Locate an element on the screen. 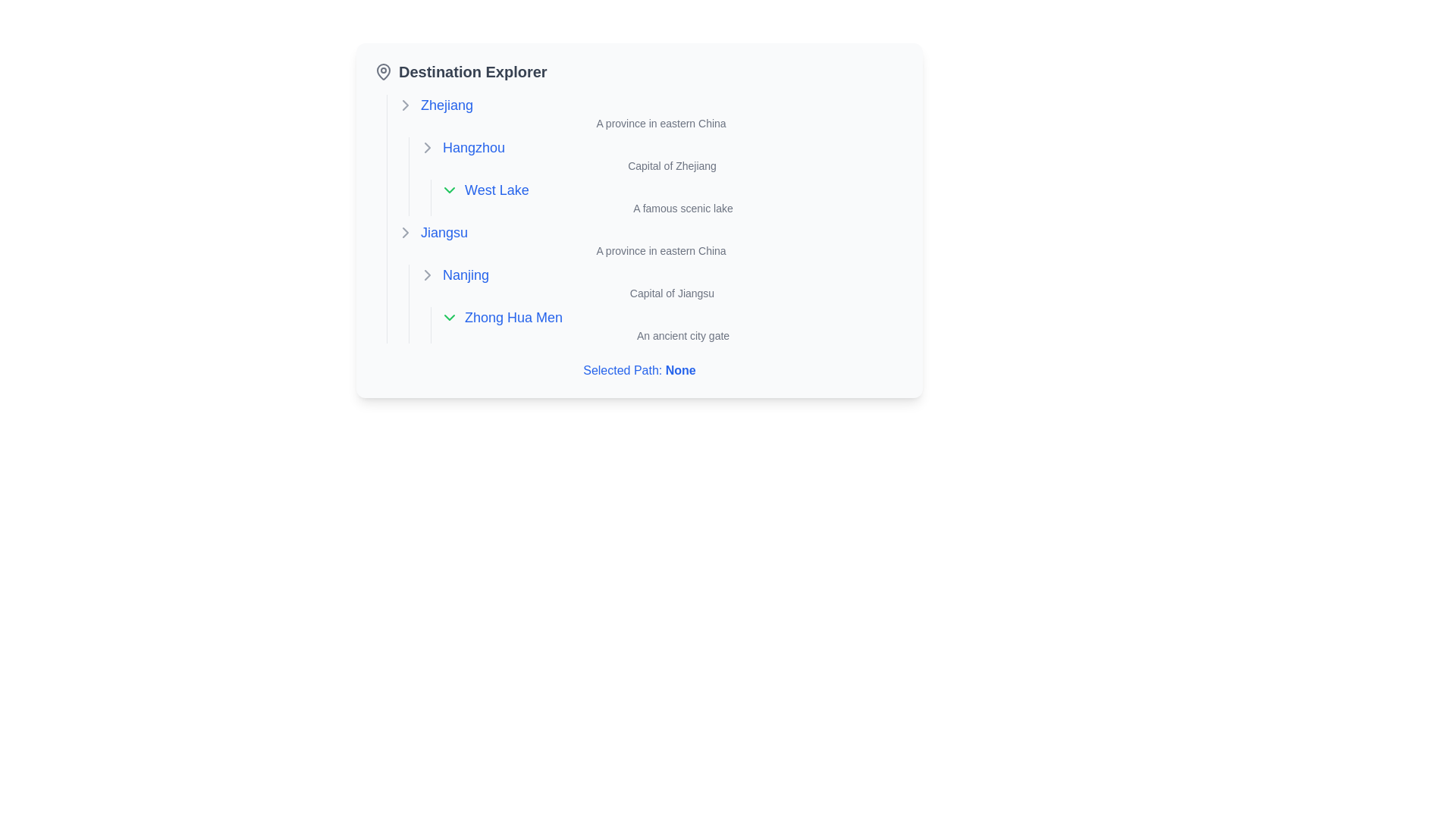 Image resolution: width=1456 pixels, height=819 pixels. the Chevron or toggle indicator located to the far left of the 'Jiangsu' entry is located at coordinates (405, 233).